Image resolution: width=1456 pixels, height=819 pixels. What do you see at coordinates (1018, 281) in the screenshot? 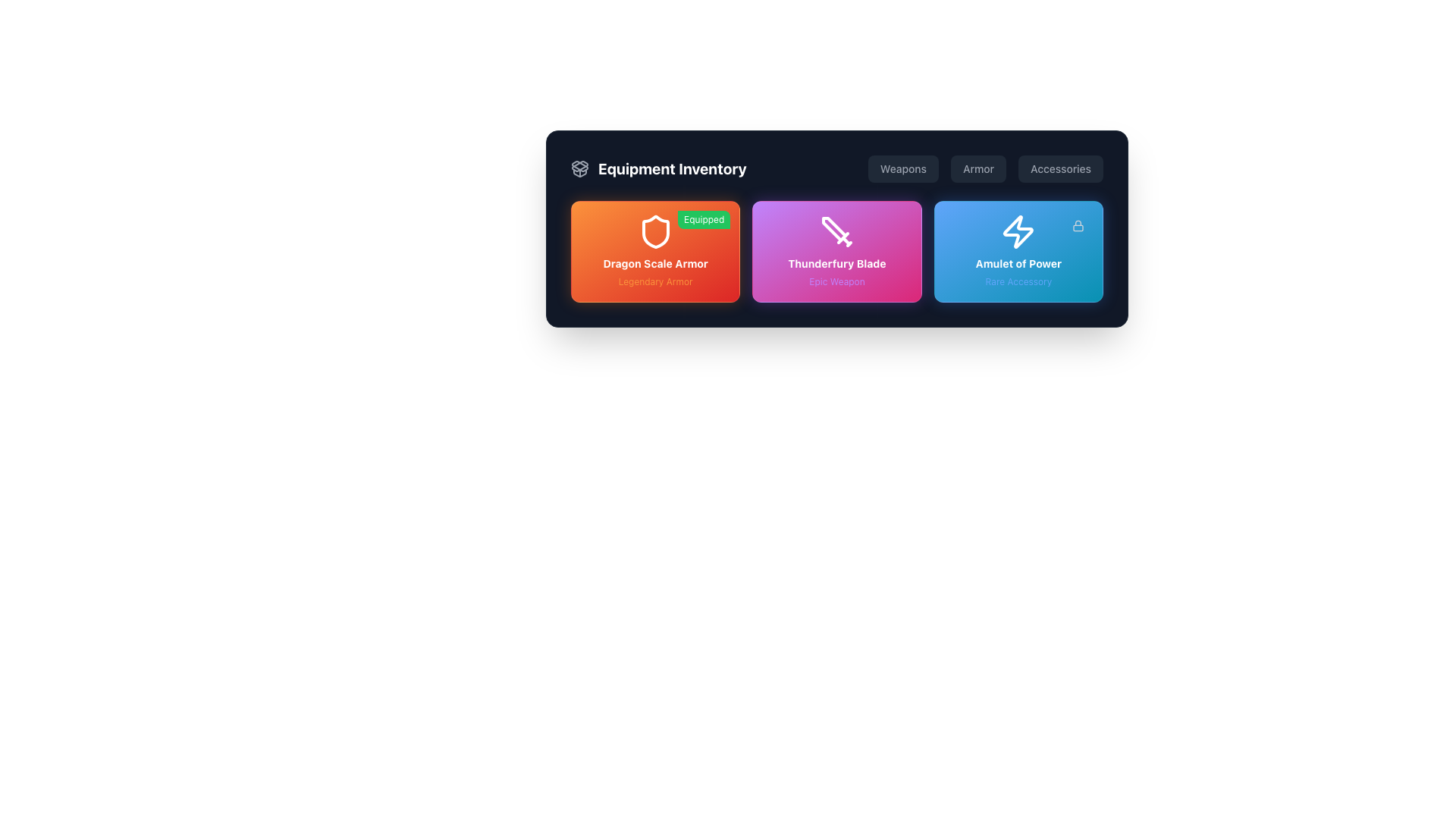
I see `the Text label that provides a categorical description for the Amulet of Power item, located below the title 'Amulet of Power' in the inventory grid` at bounding box center [1018, 281].